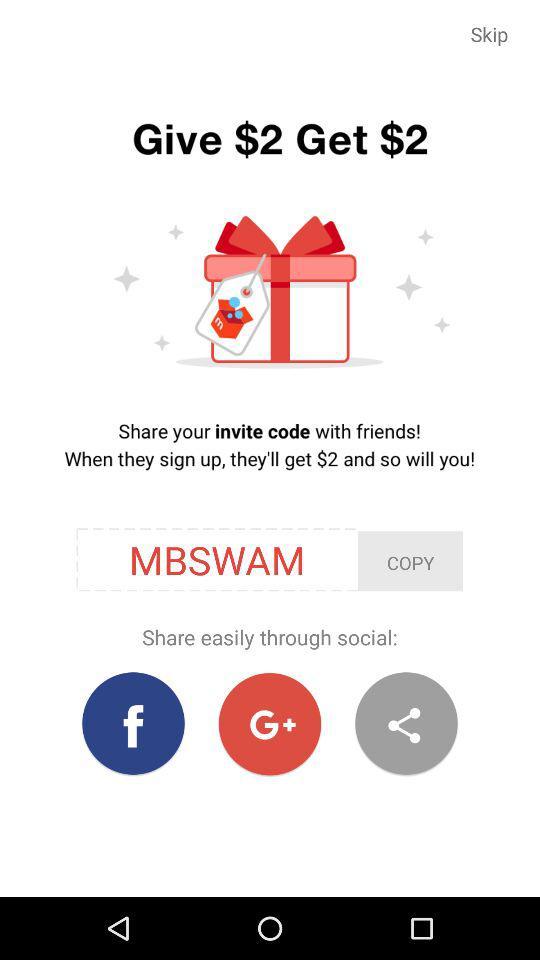 Image resolution: width=540 pixels, height=960 pixels. I want to click on icon below the share easily through item, so click(405, 723).